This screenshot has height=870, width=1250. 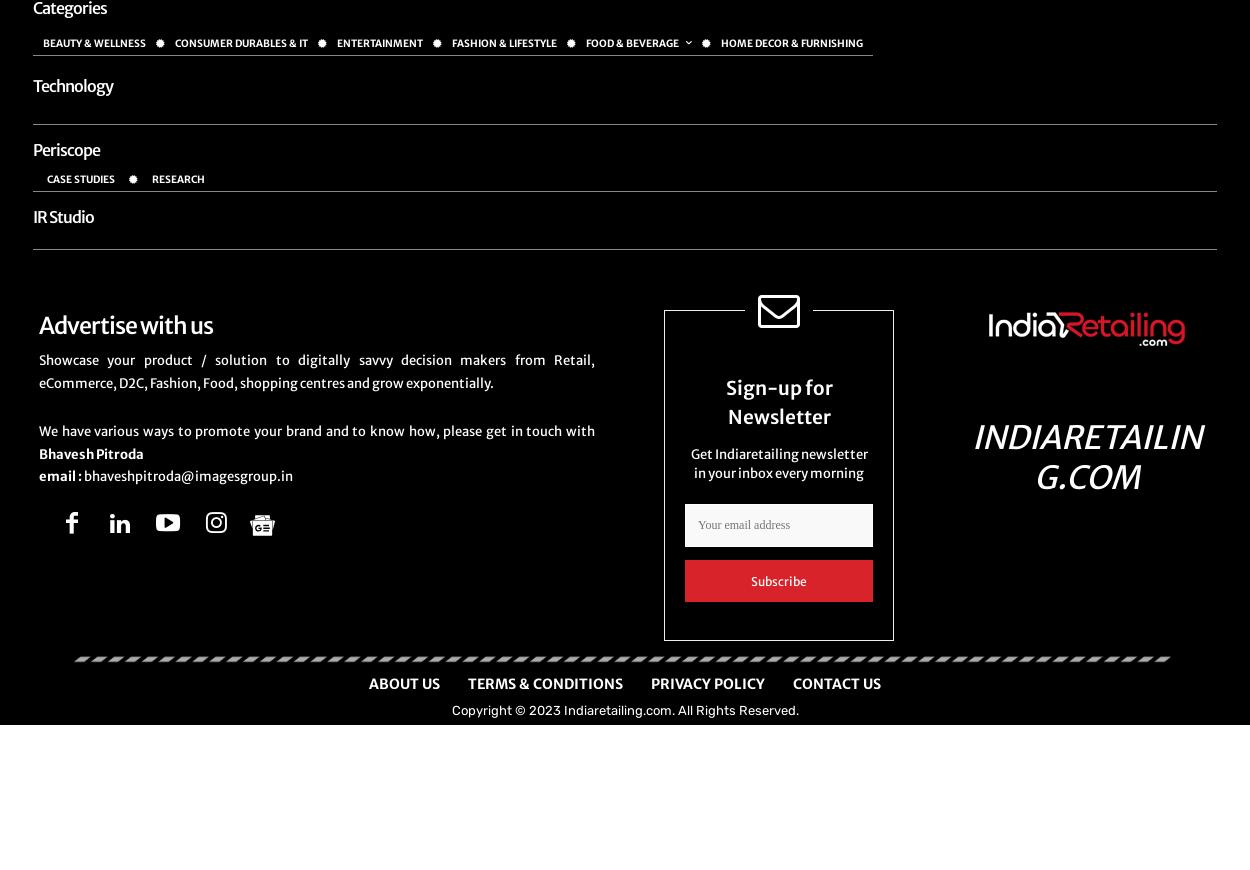 I want to click on 'Terms & Conditions', so click(x=545, y=683).